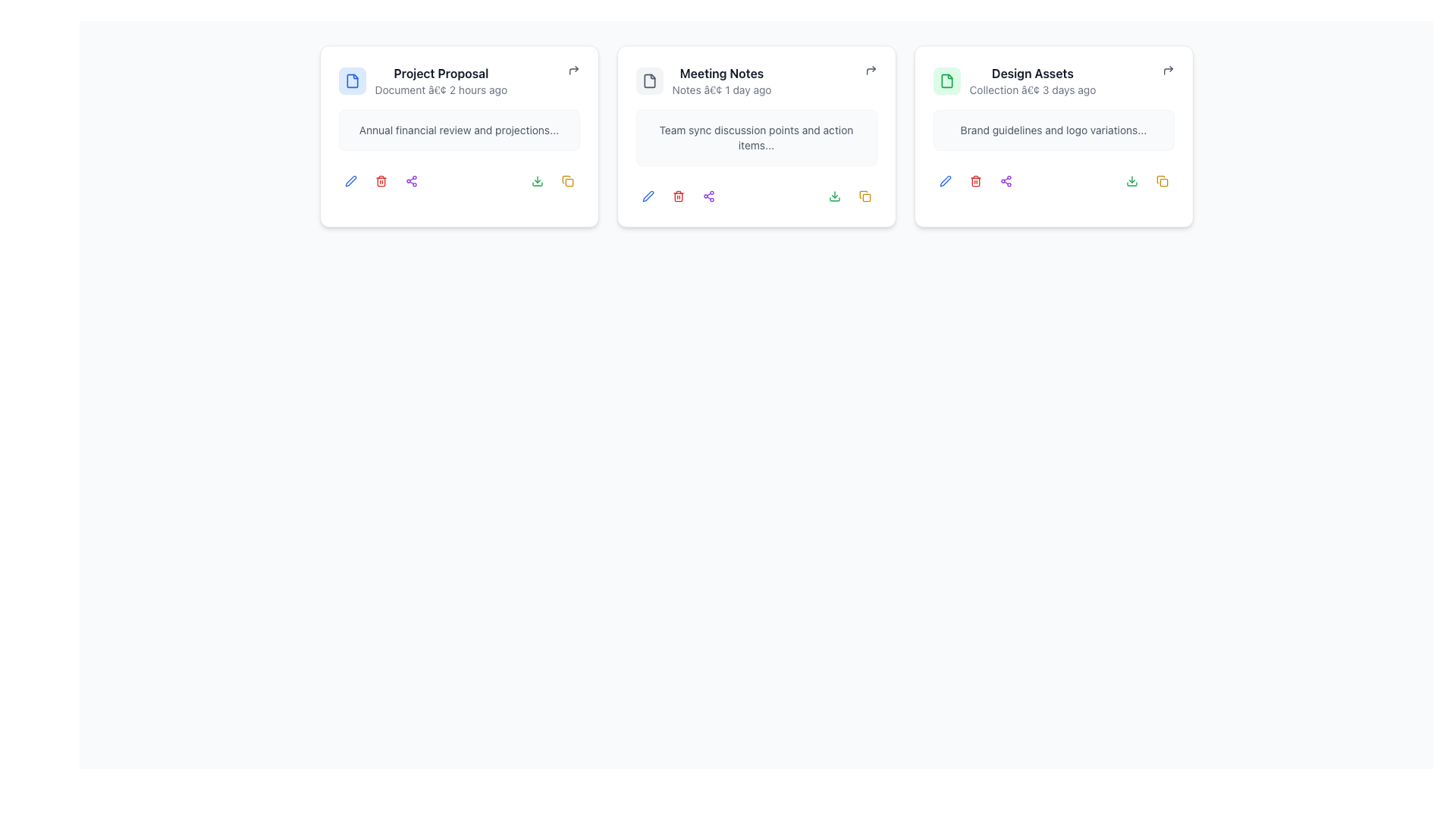 This screenshot has width=1456, height=819. Describe the element at coordinates (833, 195) in the screenshot. I see `the small green download icon located at the bottom right corner of the 'Meeting Notes' card to initiate a download` at that location.